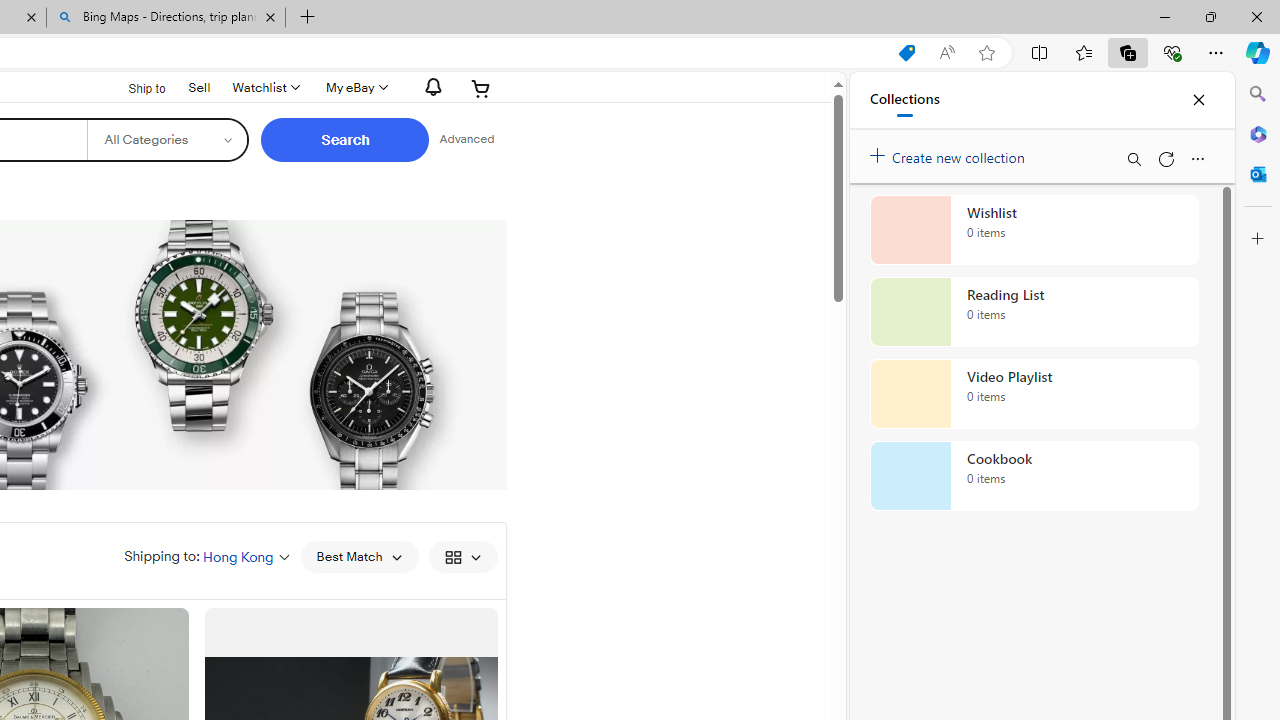 Image resolution: width=1280 pixels, height=720 pixels. What do you see at coordinates (1034, 394) in the screenshot?
I see `'Video Playlist collection, 0 items'` at bounding box center [1034, 394].